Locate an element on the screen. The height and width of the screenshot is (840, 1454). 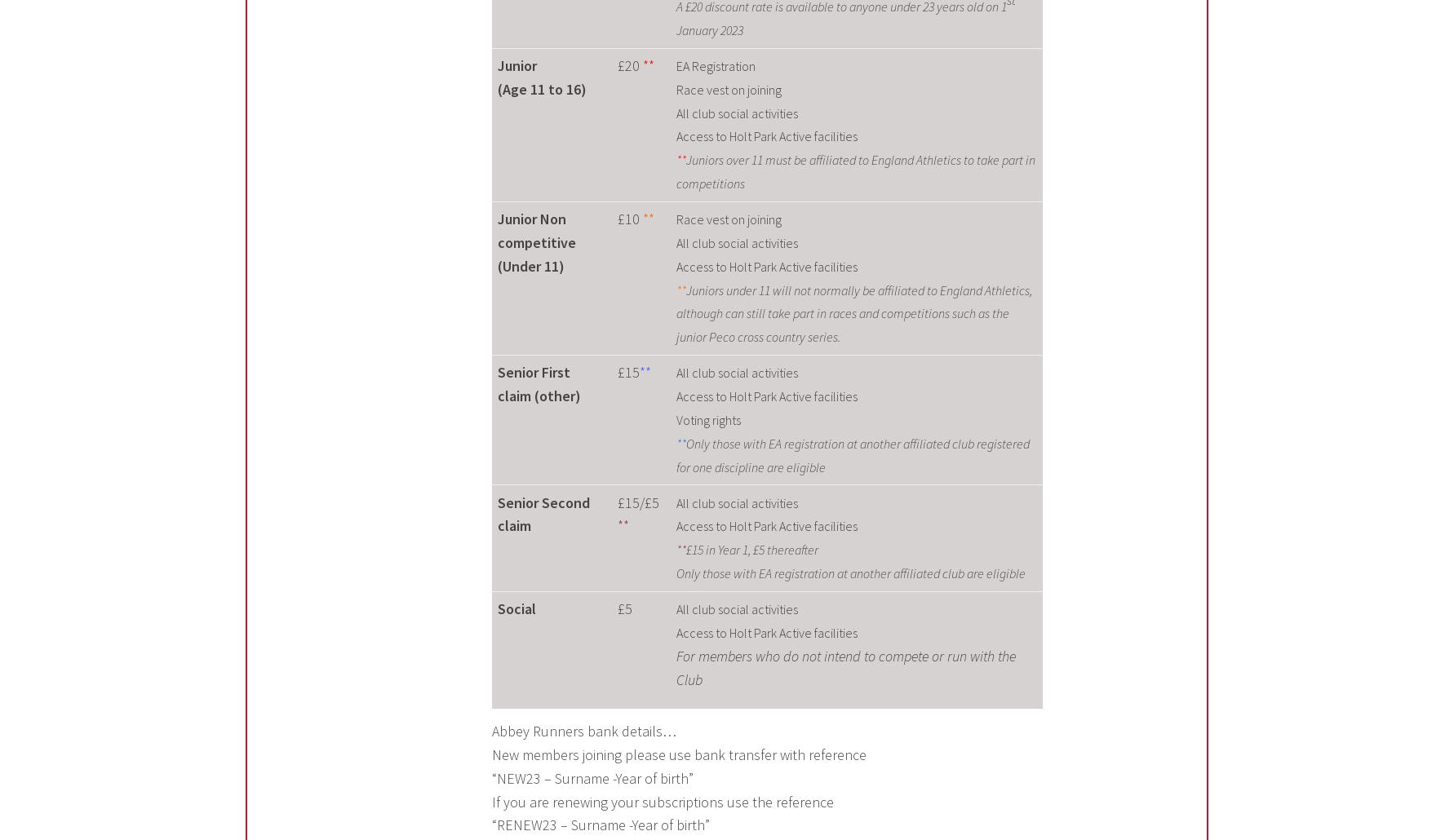
'Social' is located at coordinates (516, 608).